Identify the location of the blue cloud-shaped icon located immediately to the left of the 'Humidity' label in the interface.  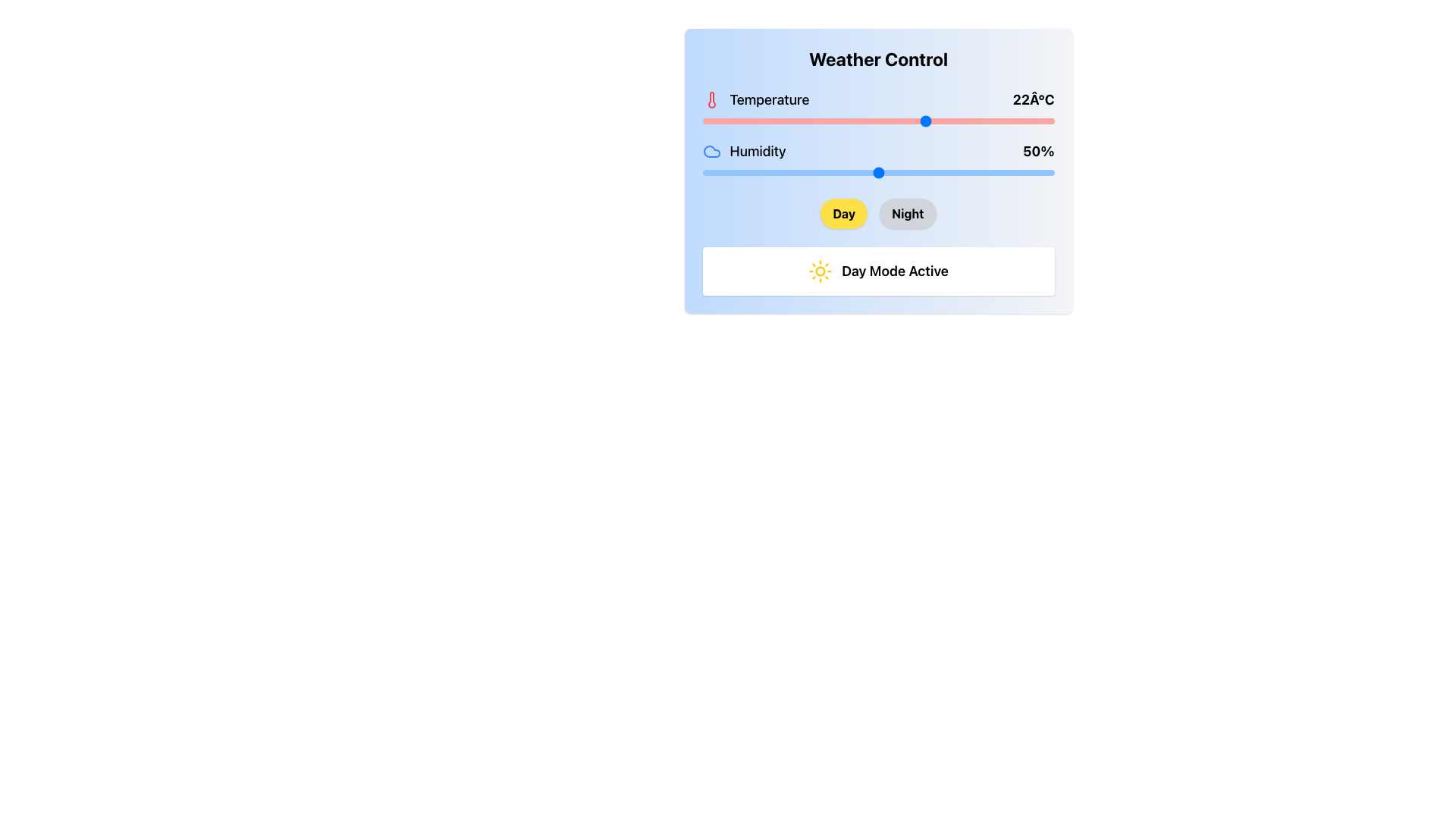
(711, 152).